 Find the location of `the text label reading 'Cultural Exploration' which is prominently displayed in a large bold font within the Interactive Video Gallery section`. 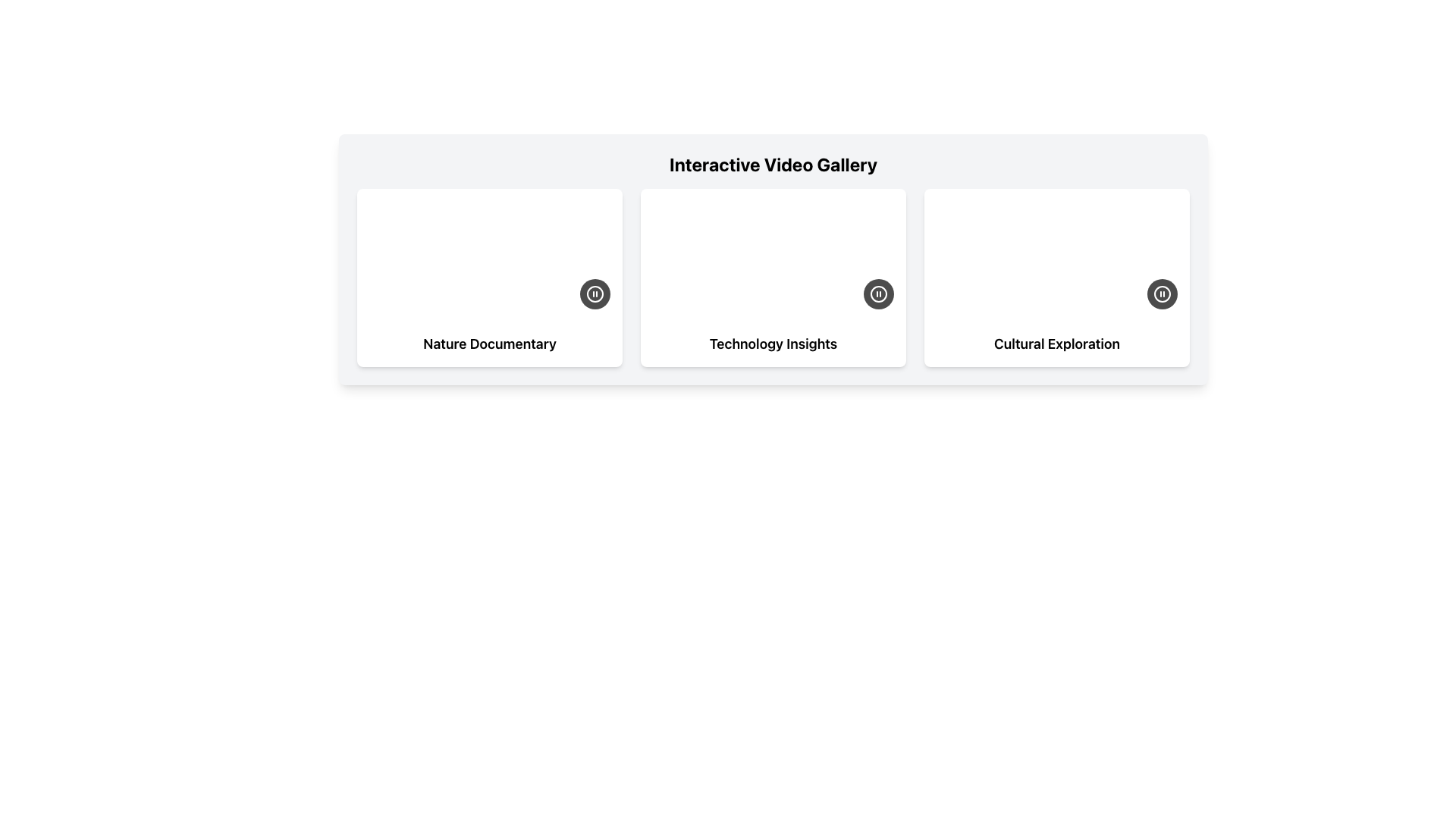

the text label reading 'Cultural Exploration' which is prominently displayed in a large bold font within the Interactive Video Gallery section is located at coordinates (1056, 344).